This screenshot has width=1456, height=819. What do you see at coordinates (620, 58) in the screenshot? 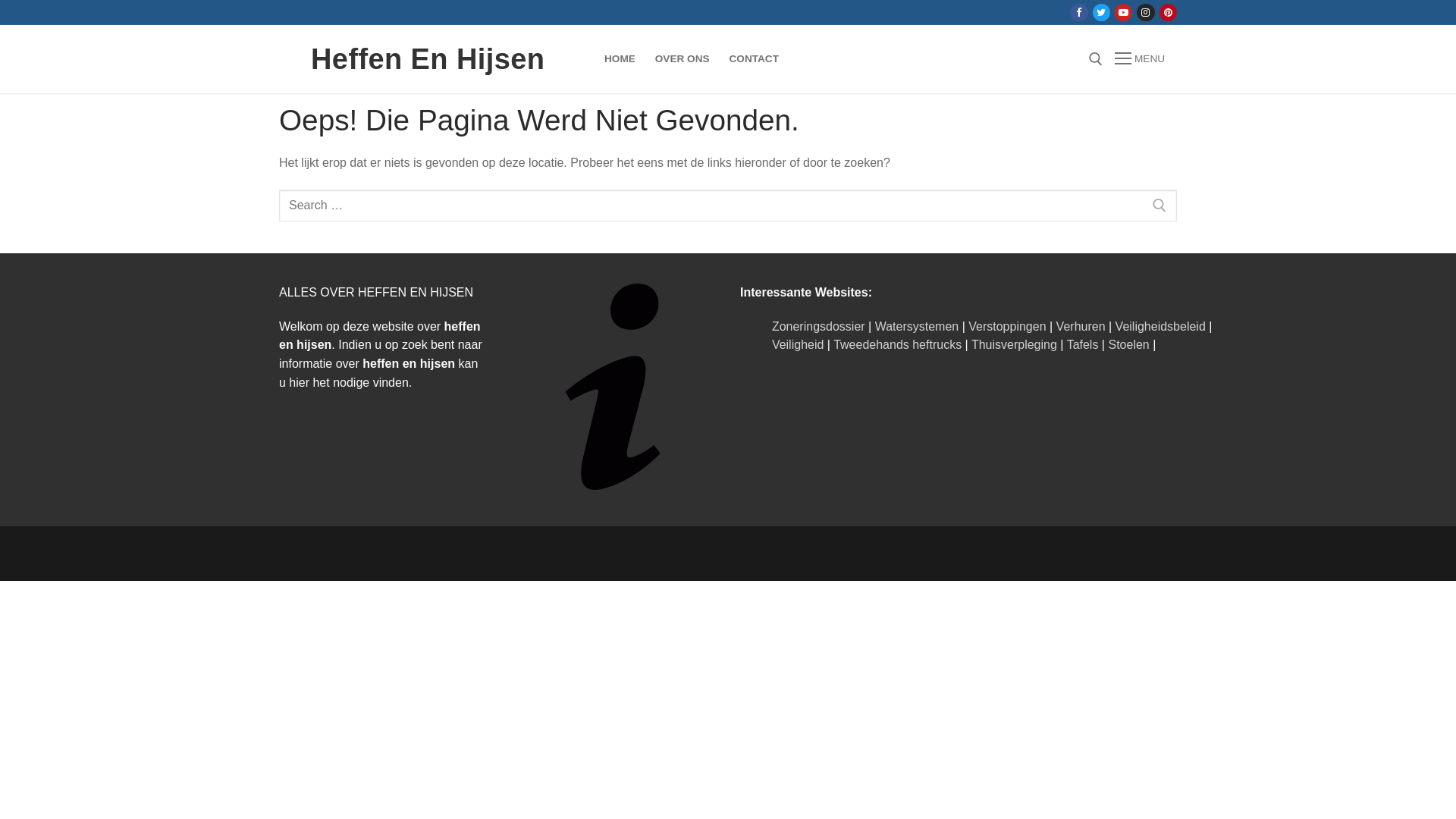
I see `'HOME'` at bounding box center [620, 58].